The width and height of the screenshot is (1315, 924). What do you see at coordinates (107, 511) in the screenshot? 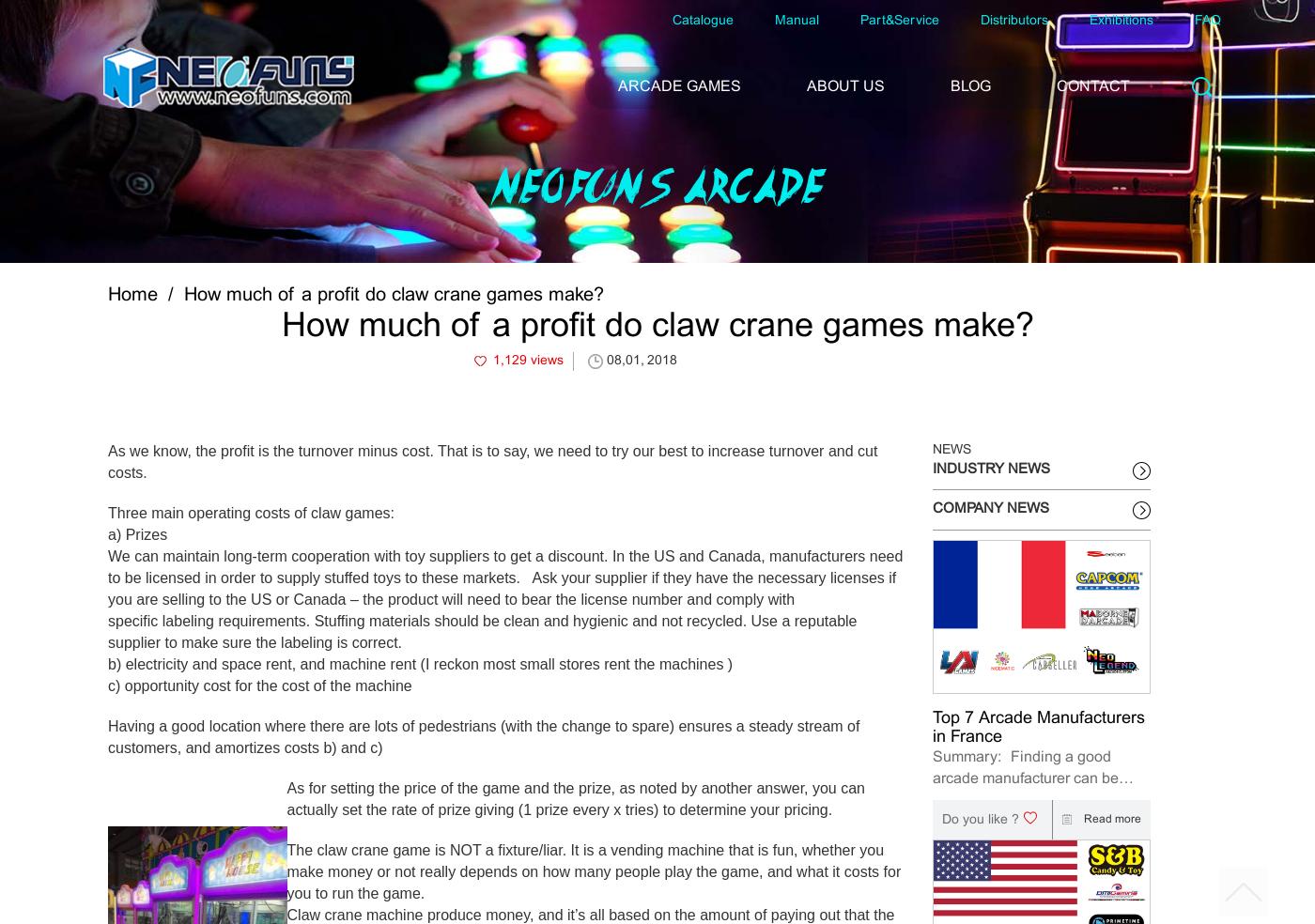
I see `'Three main operating costs of claw games:'` at bounding box center [107, 511].